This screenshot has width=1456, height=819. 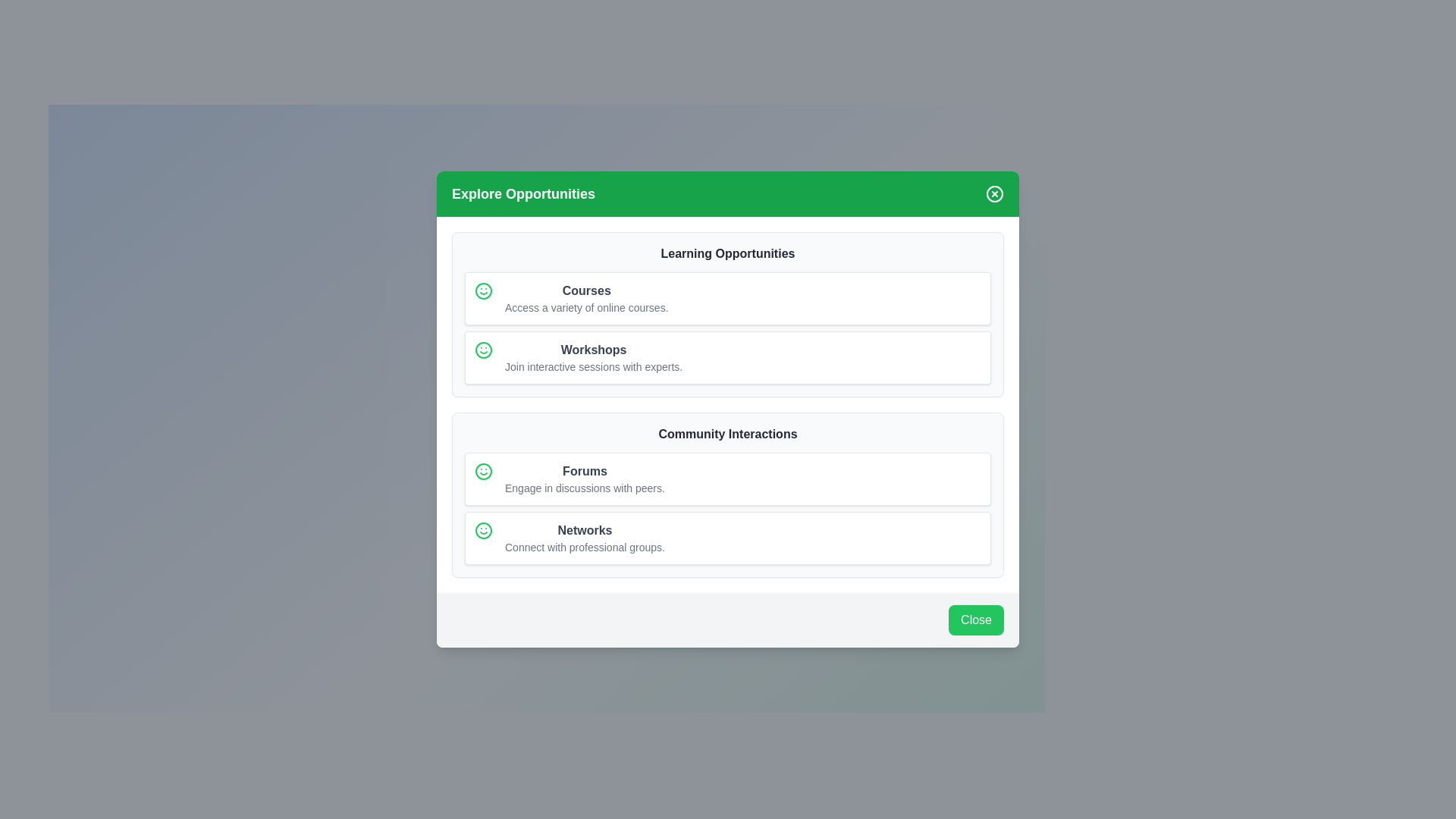 What do you see at coordinates (523, 193) in the screenshot?
I see `the text label displaying 'Explore Opportunities', which is bold and large, set against a green background in the toolbar area` at bounding box center [523, 193].